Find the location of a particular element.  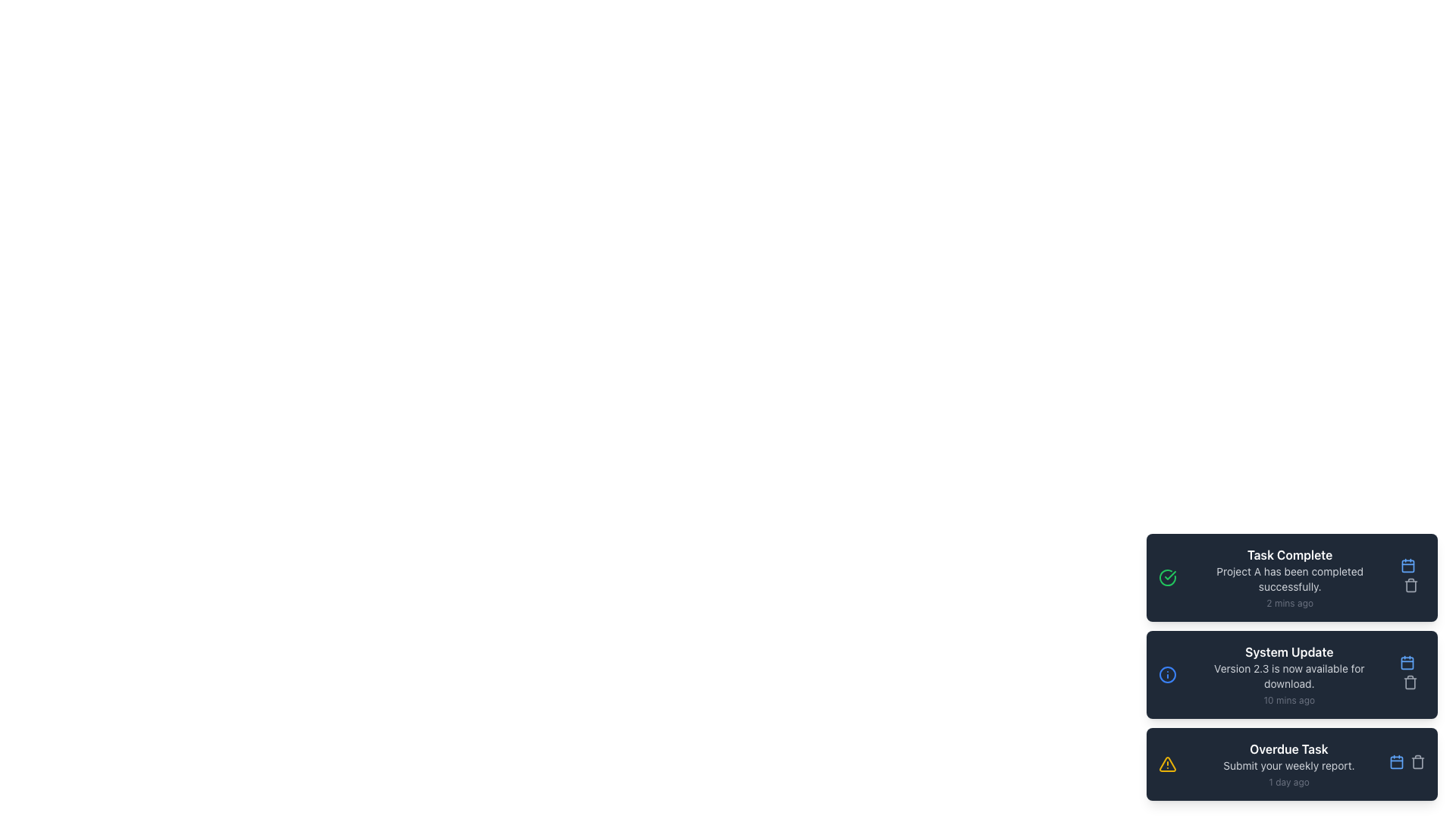

the 'Overdue Task' text label, which is prominently displayed in white on a dark background inside the third notification block is located at coordinates (1288, 748).